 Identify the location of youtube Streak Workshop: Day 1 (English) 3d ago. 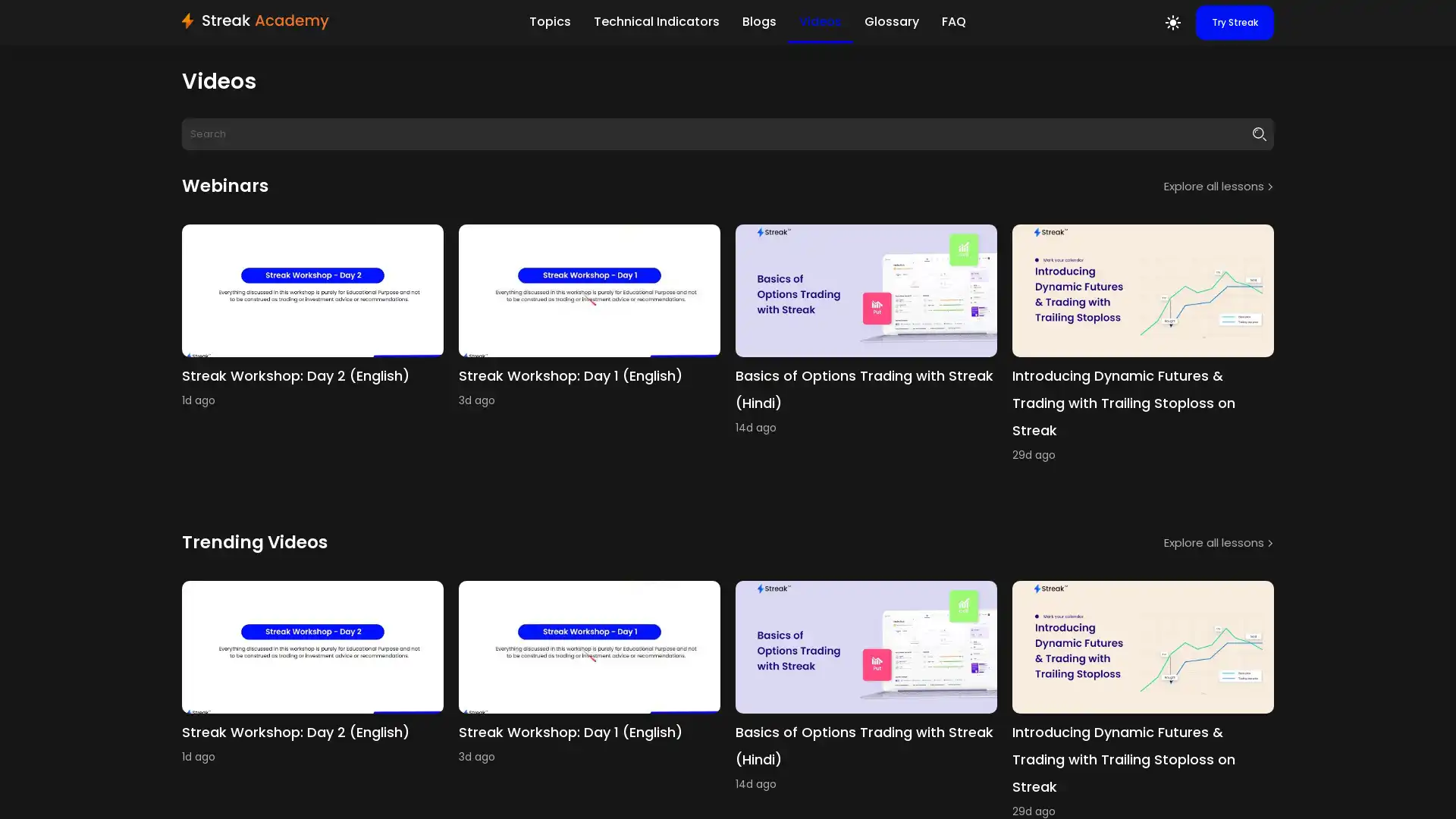
(588, 345).